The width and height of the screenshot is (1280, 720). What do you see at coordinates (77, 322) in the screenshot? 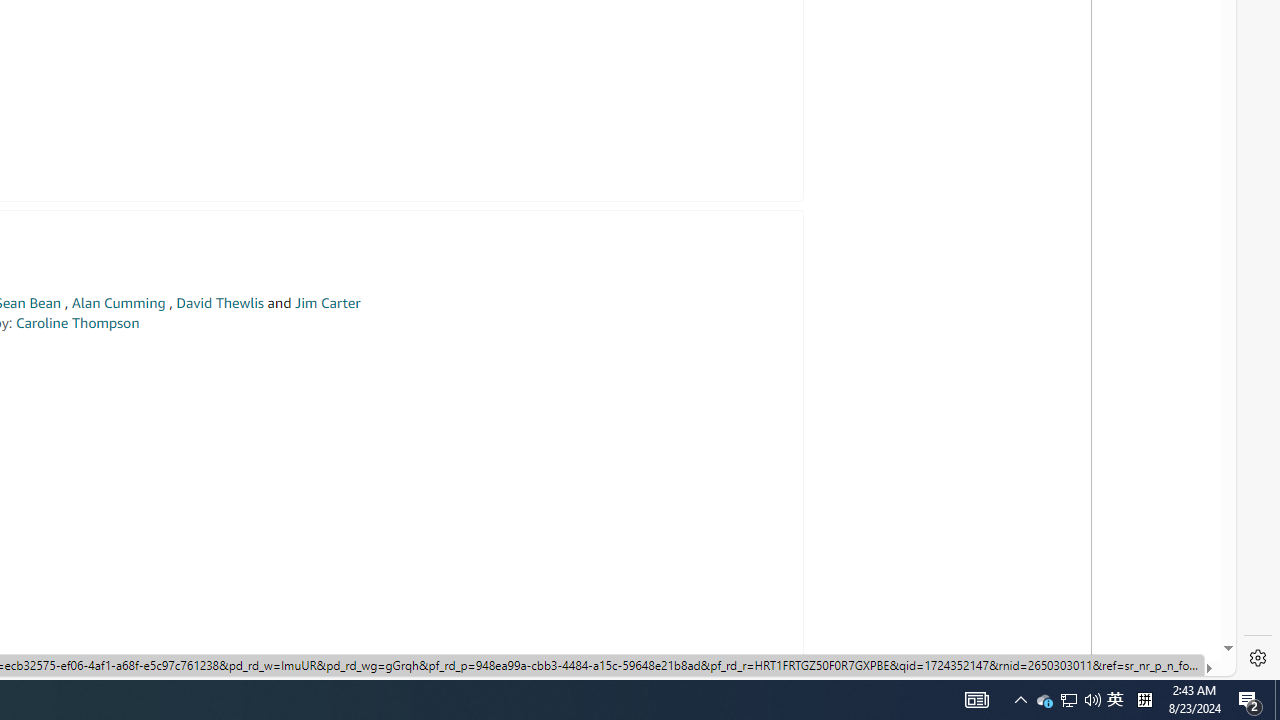
I see `'Caroline Thompson'` at bounding box center [77, 322].